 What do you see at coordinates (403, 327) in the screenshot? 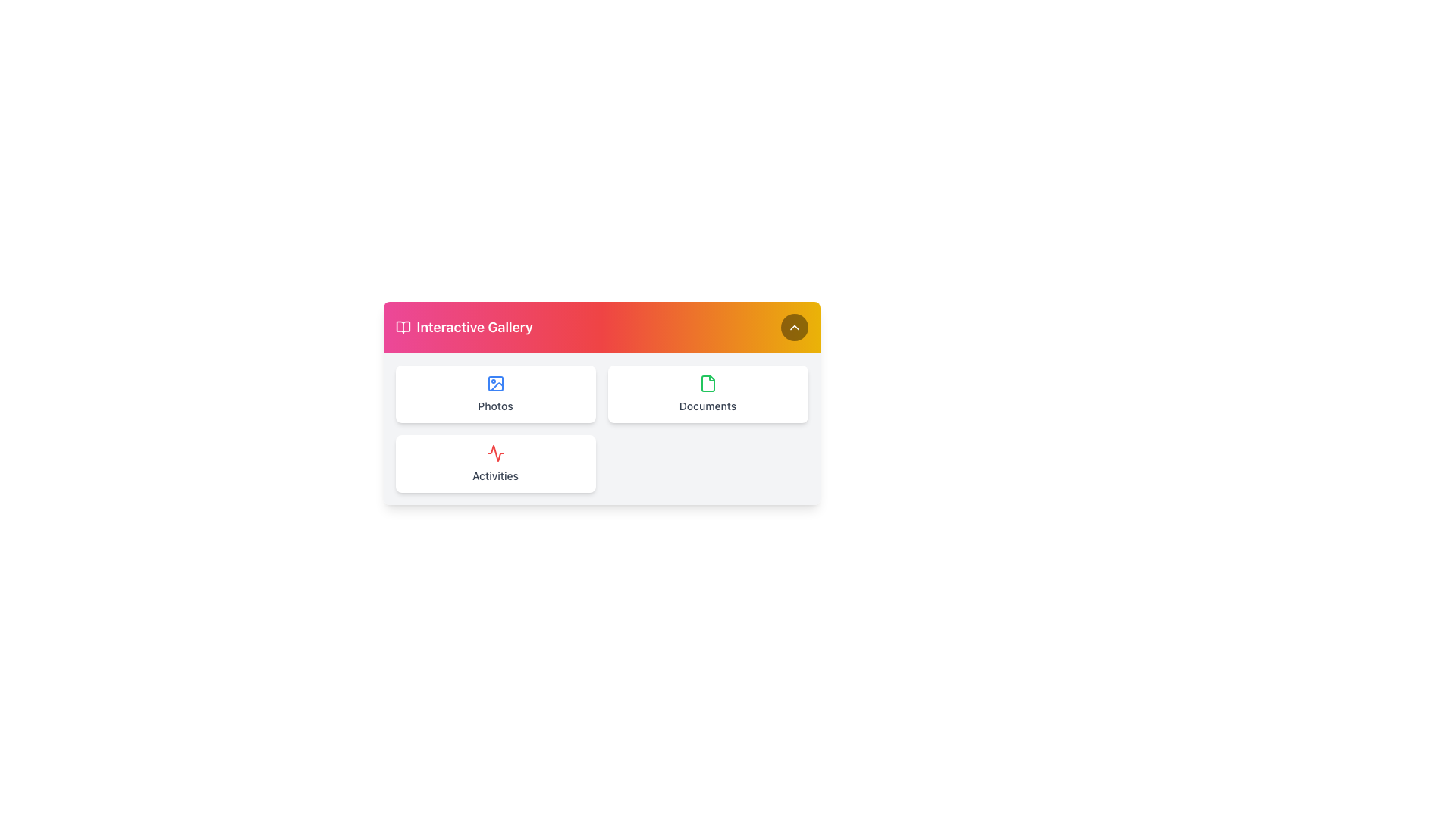
I see `the open book icon located in the header of the interface, which is positioned to the left of the text 'Interactive Gallery'` at bounding box center [403, 327].